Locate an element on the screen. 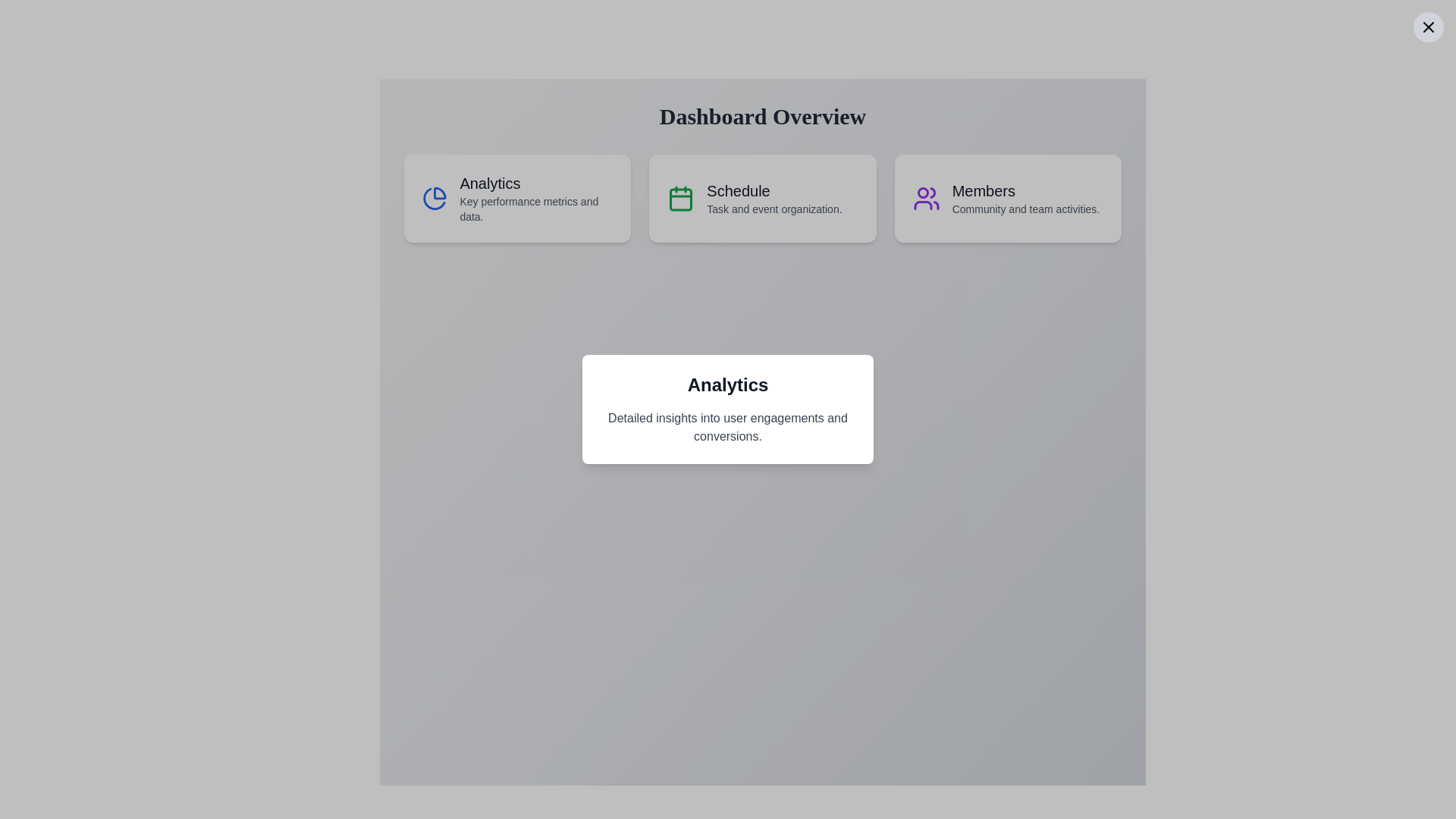 This screenshot has height=819, width=1456. the right segment of the pie chart-like icon associated with the 'Analytics' feature, located on the left of the 'Analytics' tab in the top section of the interface is located at coordinates (439, 193).